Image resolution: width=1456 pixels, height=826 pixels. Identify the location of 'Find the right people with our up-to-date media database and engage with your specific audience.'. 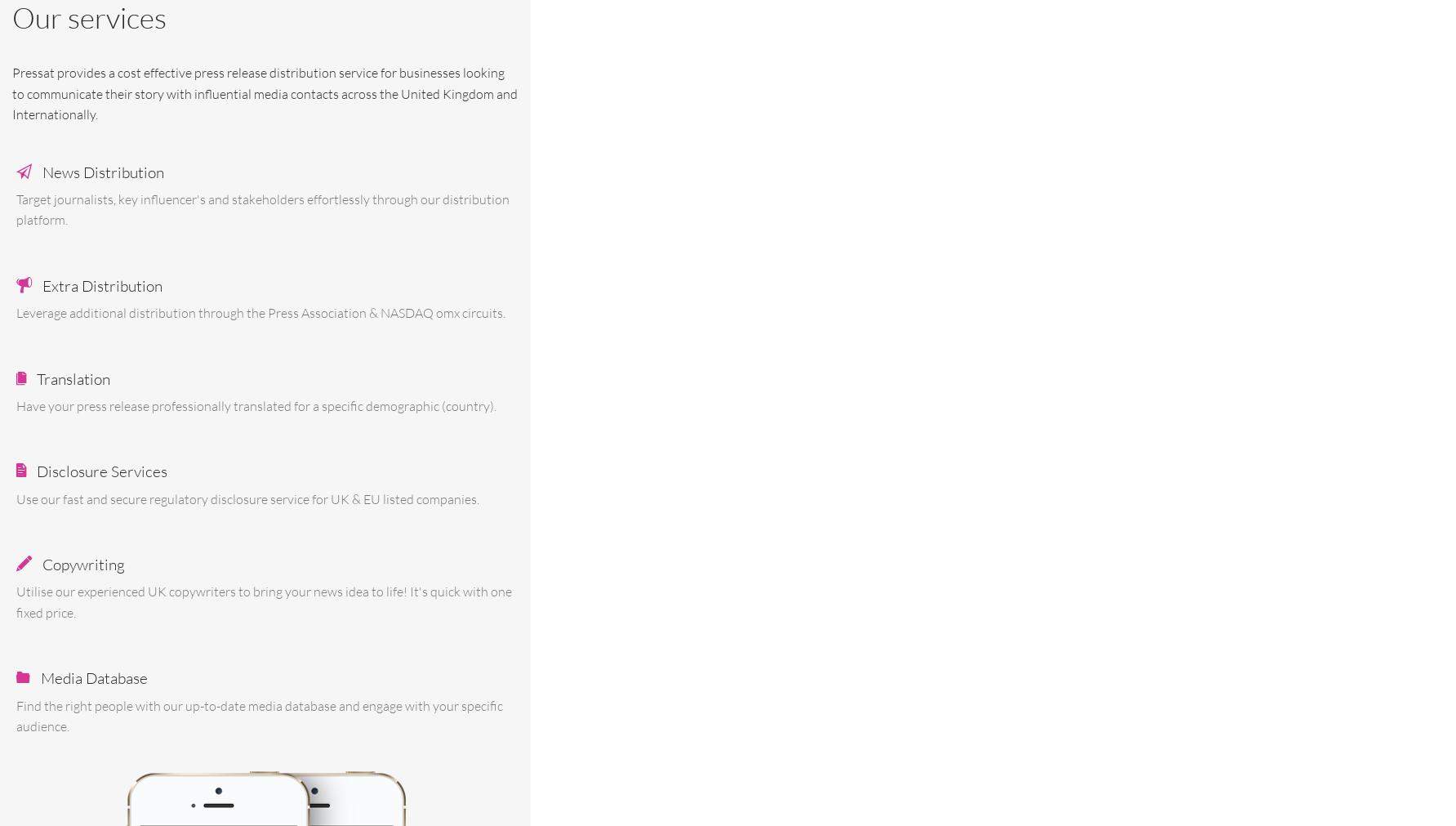
(259, 716).